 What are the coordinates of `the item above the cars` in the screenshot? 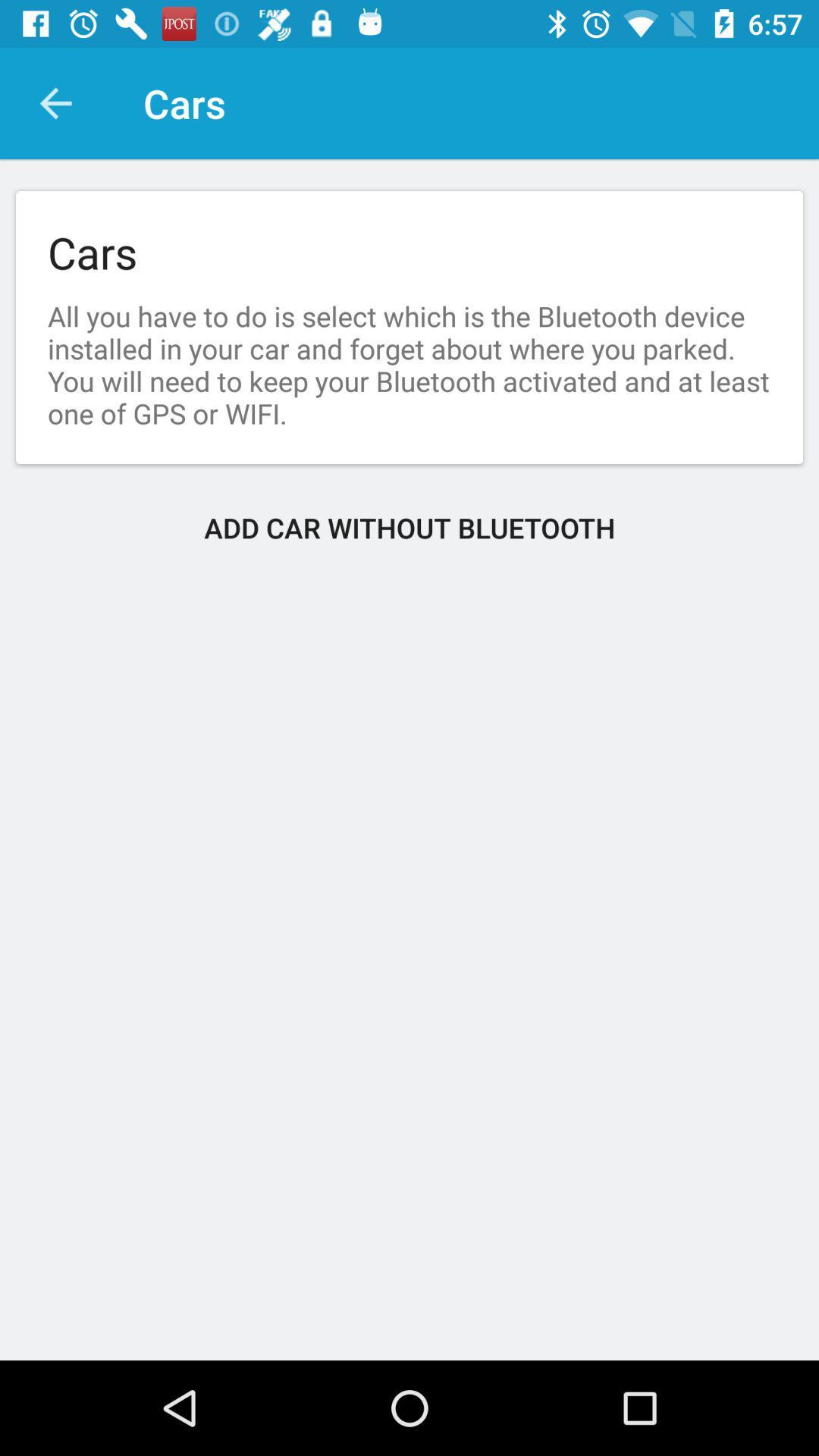 It's located at (55, 102).